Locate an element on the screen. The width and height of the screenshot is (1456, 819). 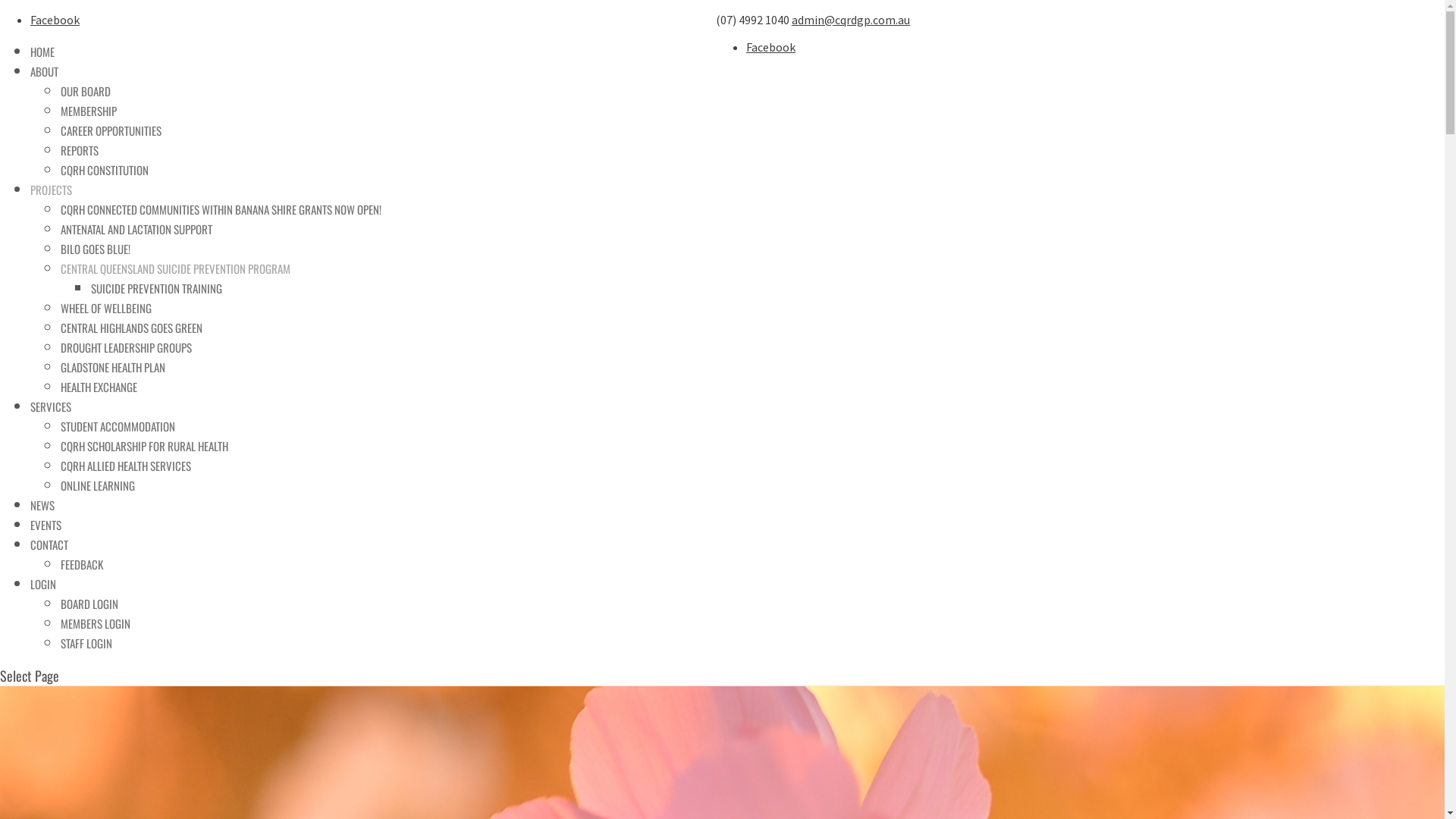
'MEMBERS LOGIN' is located at coordinates (94, 623).